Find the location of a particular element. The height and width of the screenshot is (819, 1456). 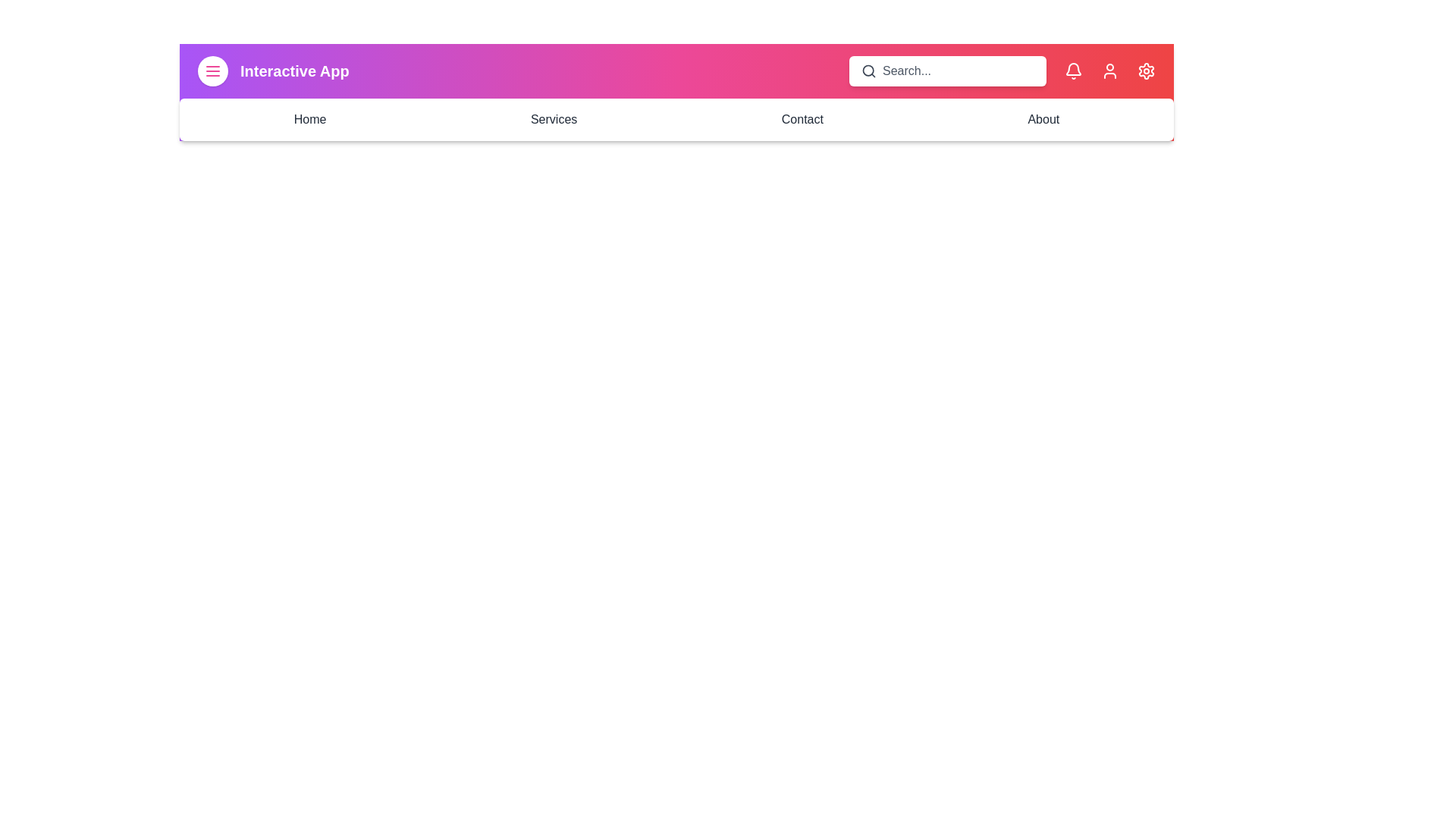

the navigation link Contact is located at coordinates (801, 119).